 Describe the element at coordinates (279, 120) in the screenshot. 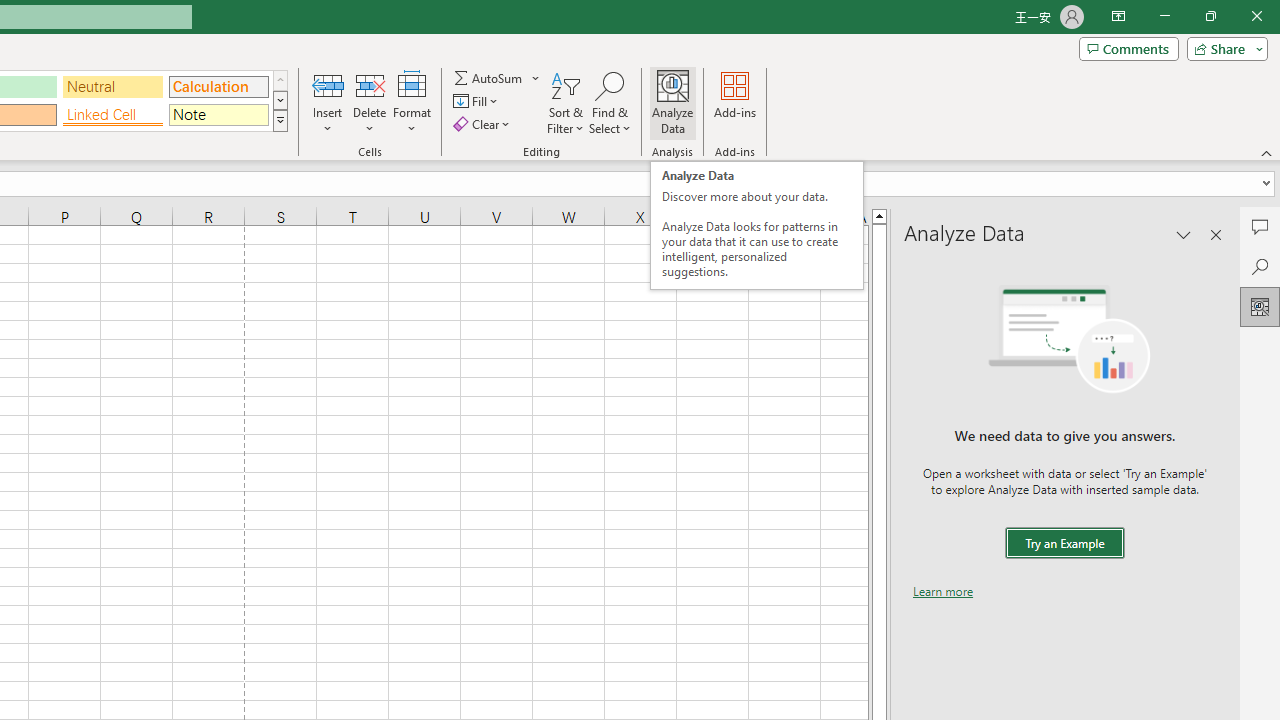

I see `'Class: NetUIImage'` at that location.